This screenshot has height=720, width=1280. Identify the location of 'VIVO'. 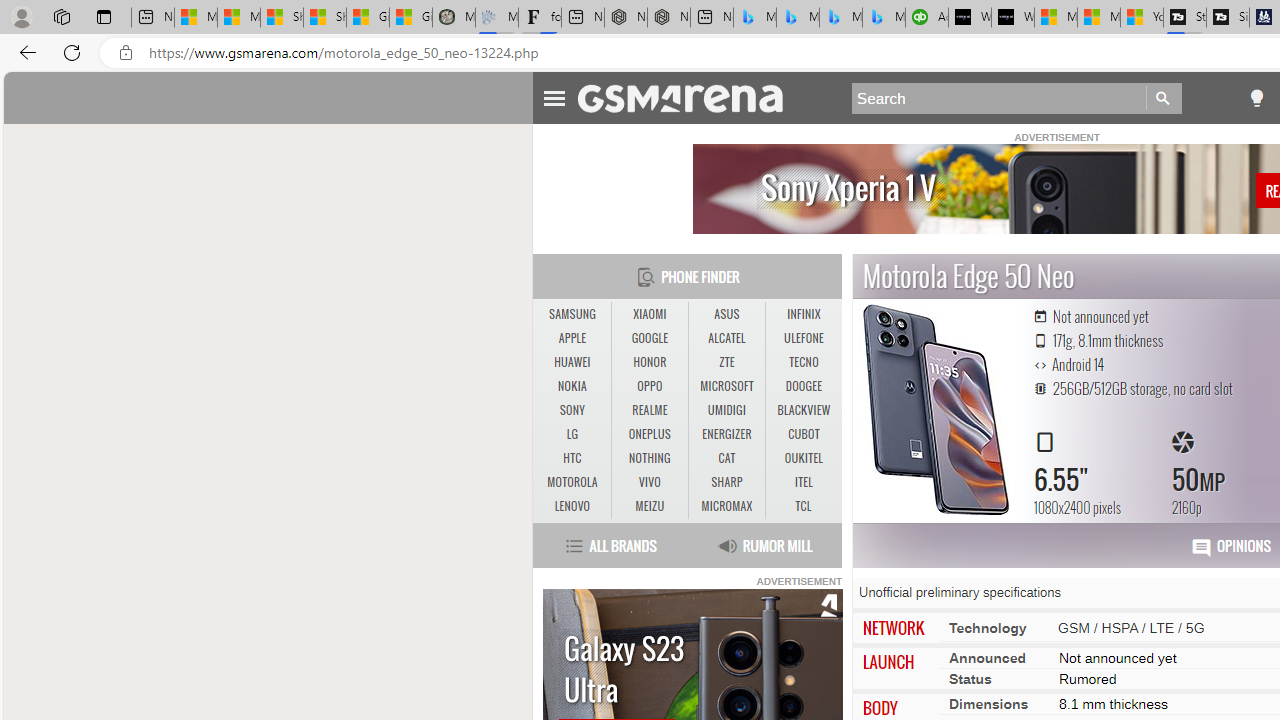
(649, 482).